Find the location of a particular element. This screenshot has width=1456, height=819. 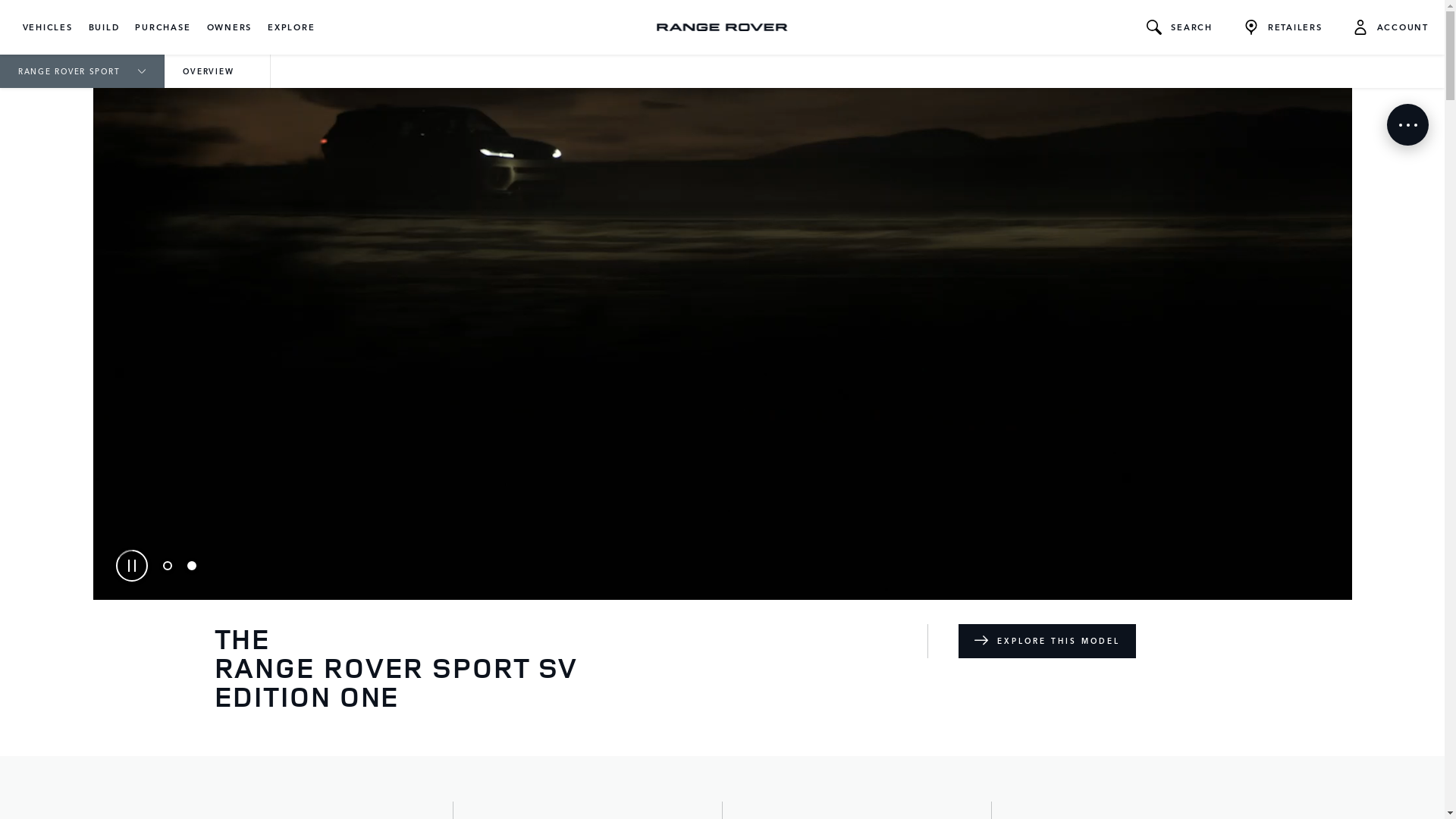

'RETAILERS' is located at coordinates (1282, 27).